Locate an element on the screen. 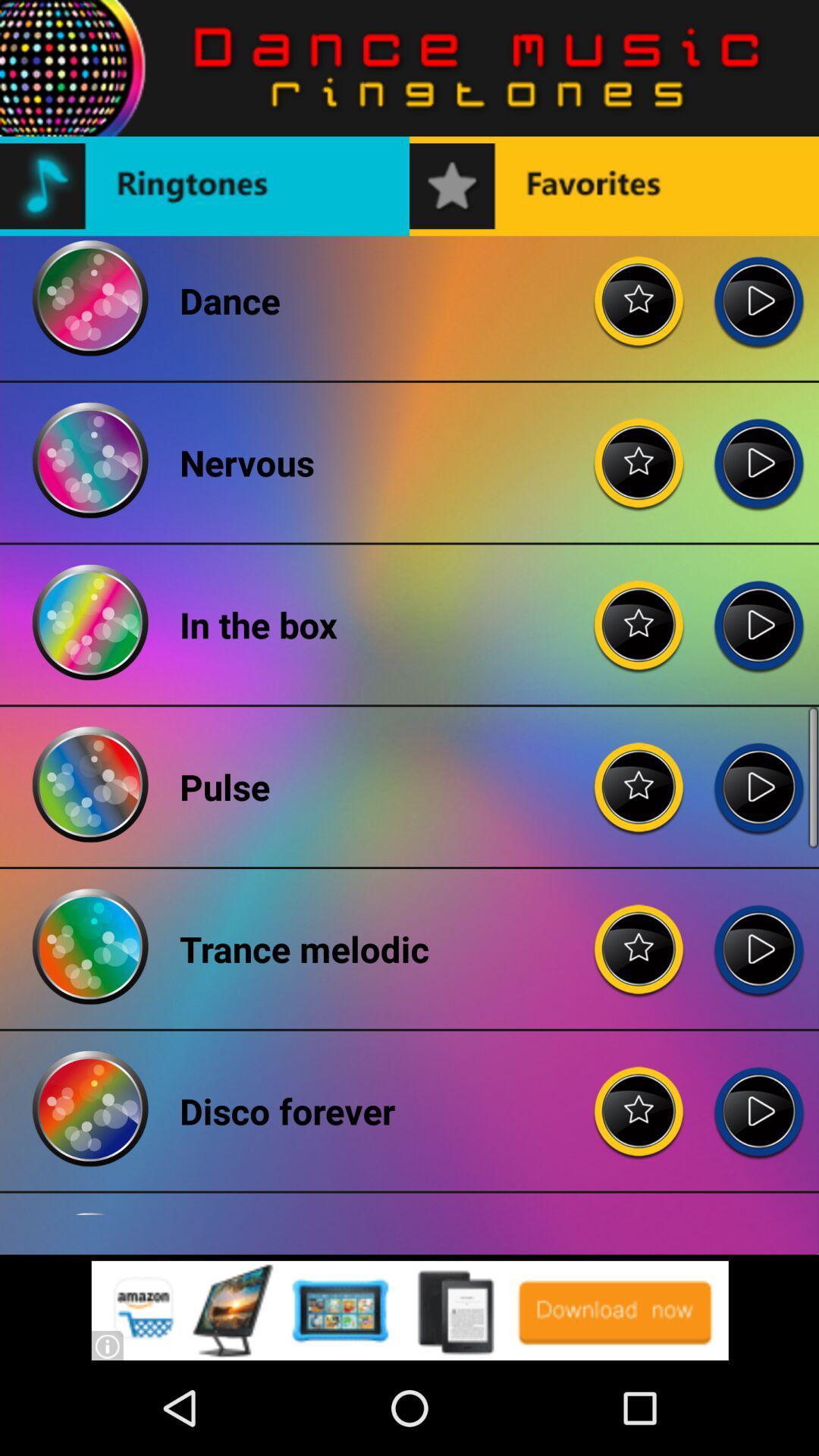 The height and width of the screenshot is (1456, 819). play option is located at coordinates (758, 775).